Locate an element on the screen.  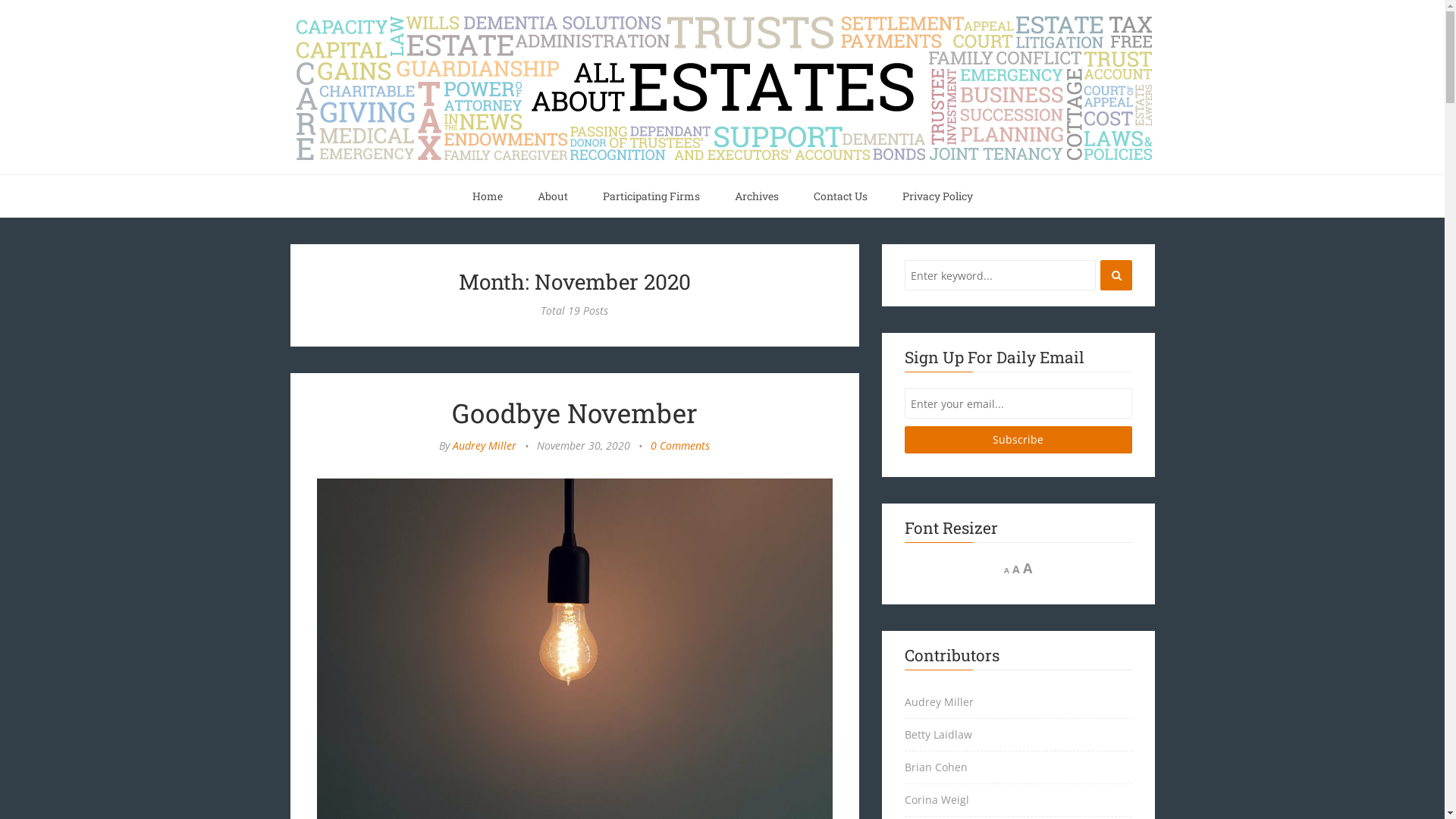
'A' is located at coordinates (1006, 570).